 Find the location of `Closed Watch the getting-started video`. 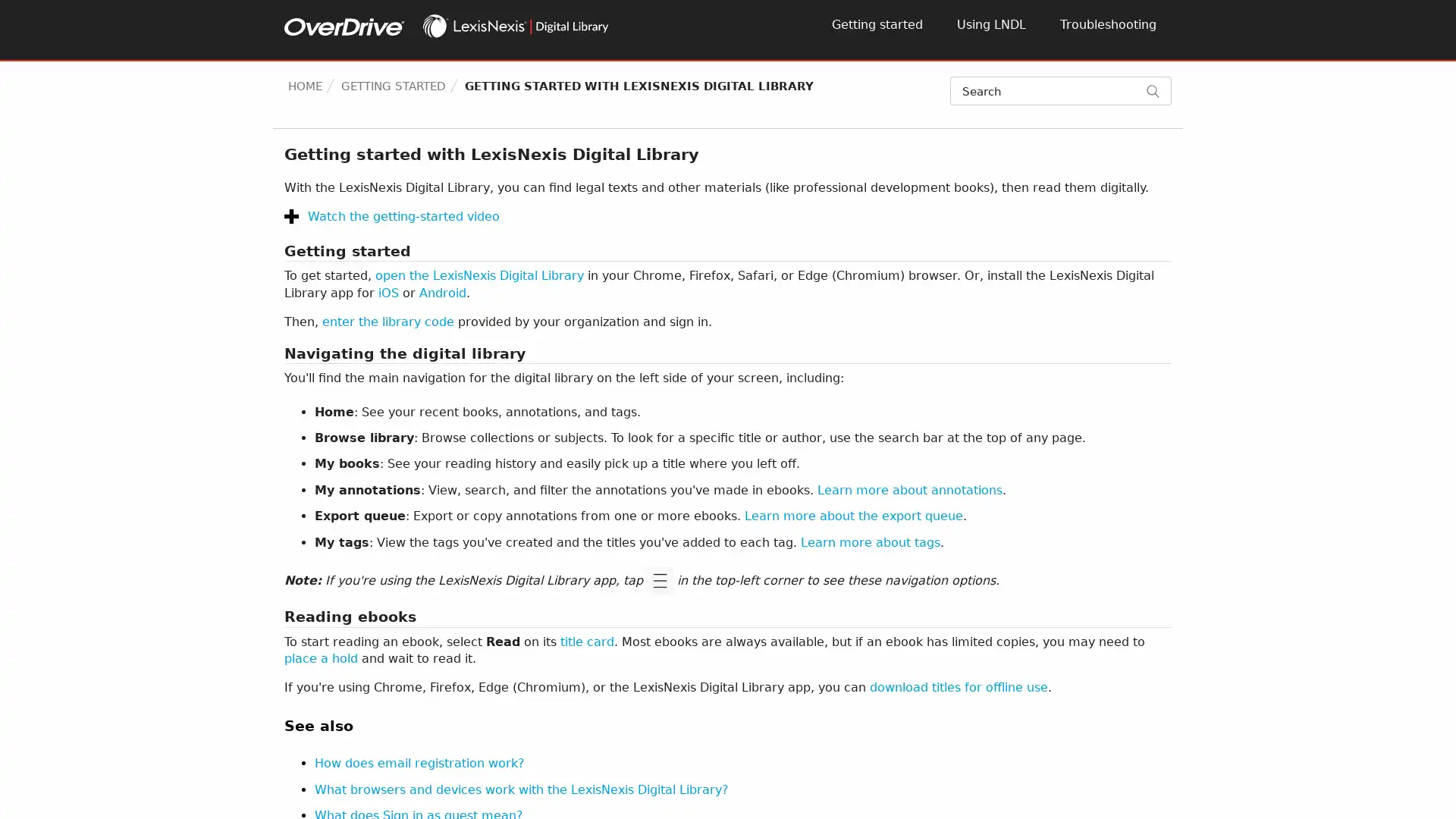

Closed Watch the getting-started video is located at coordinates (392, 216).